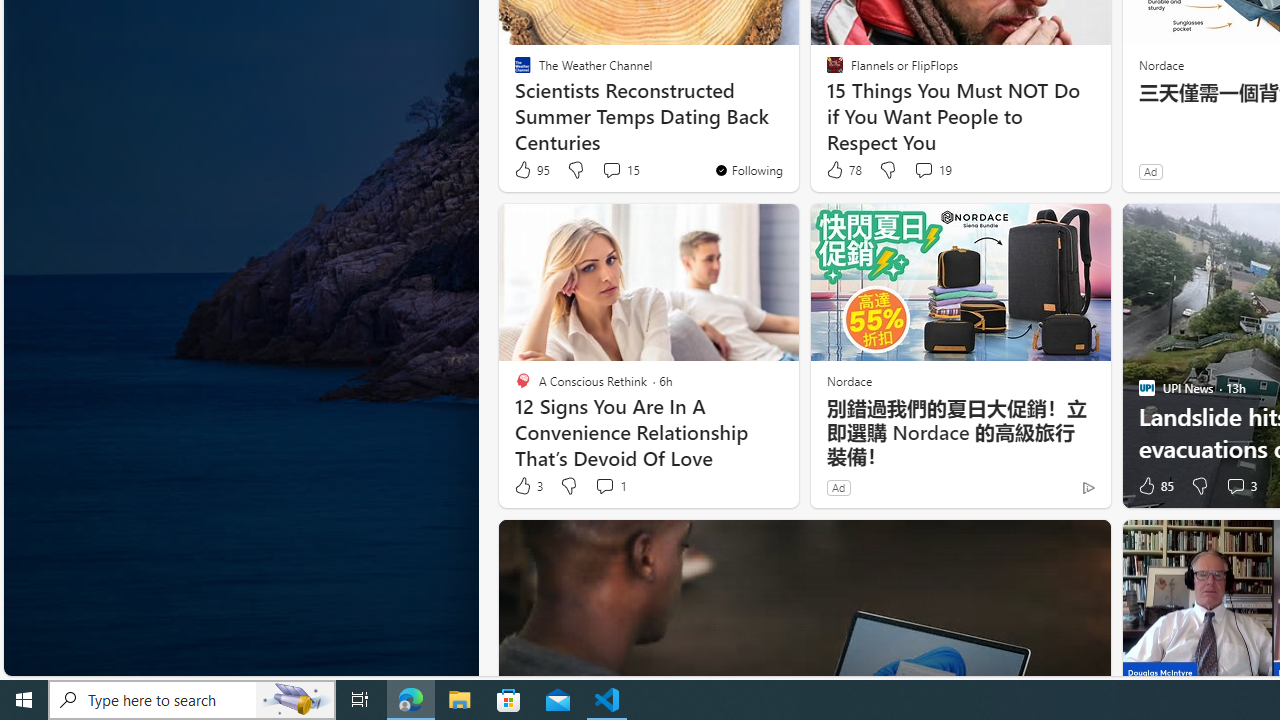 This screenshot has height=720, width=1280. What do you see at coordinates (603, 486) in the screenshot?
I see `'View comments 1 Comment'` at bounding box center [603, 486].